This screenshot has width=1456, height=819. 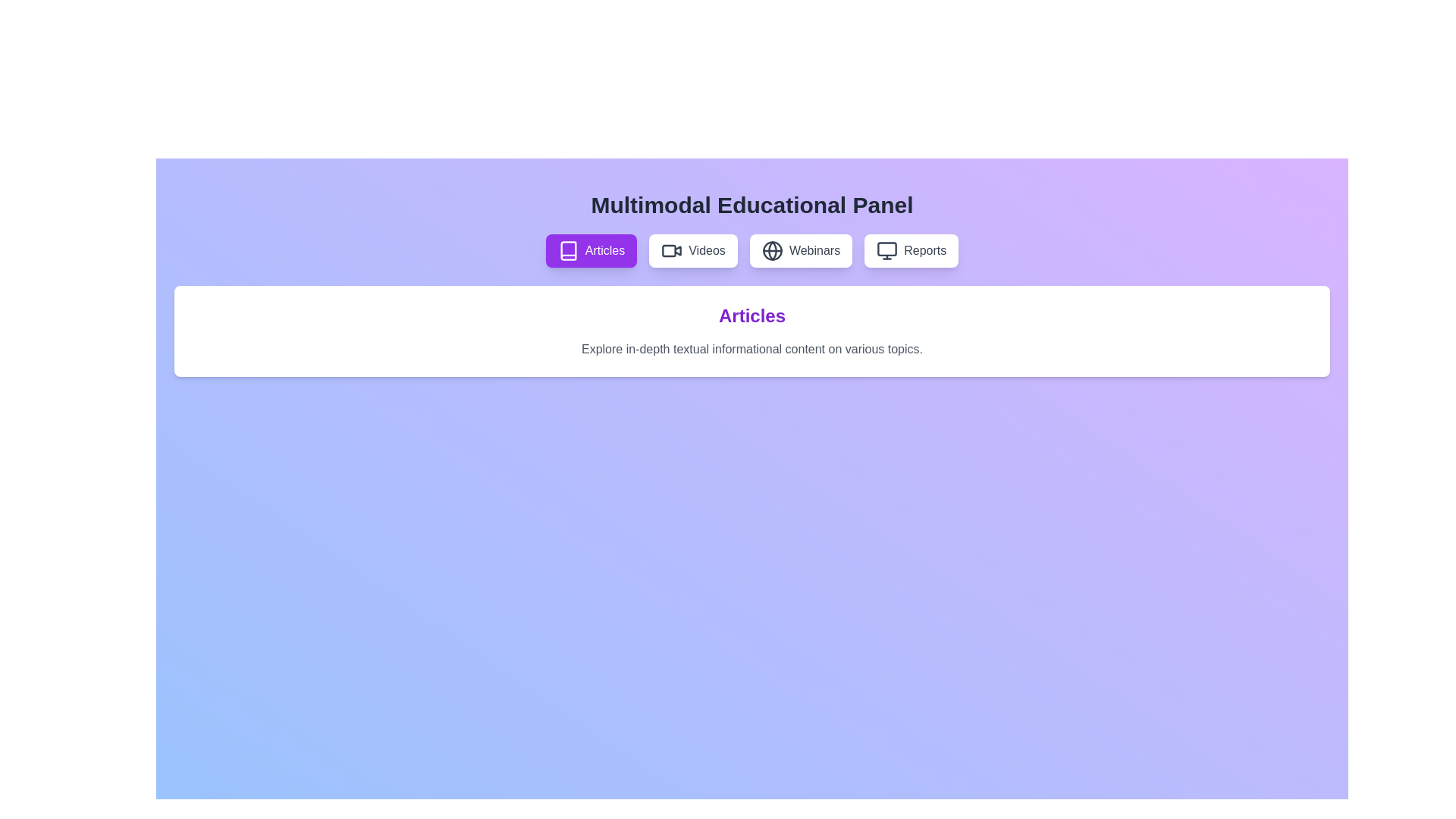 What do you see at coordinates (800, 250) in the screenshot?
I see `the 'Webinars' button located in the center of the interface, which is the third button in a row of four` at bounding box center [800, 250].